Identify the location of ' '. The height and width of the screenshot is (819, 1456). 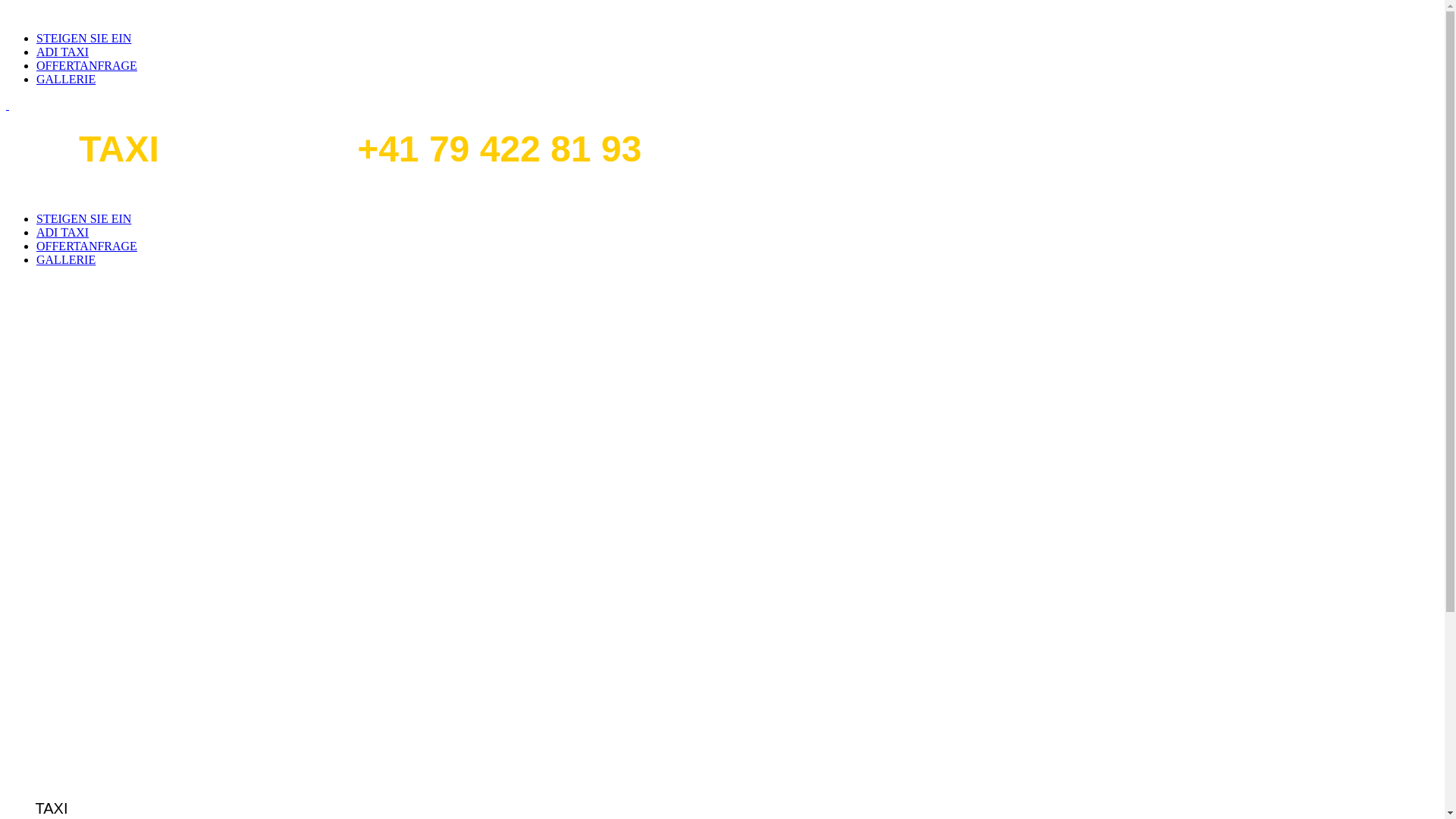
(7, 104).